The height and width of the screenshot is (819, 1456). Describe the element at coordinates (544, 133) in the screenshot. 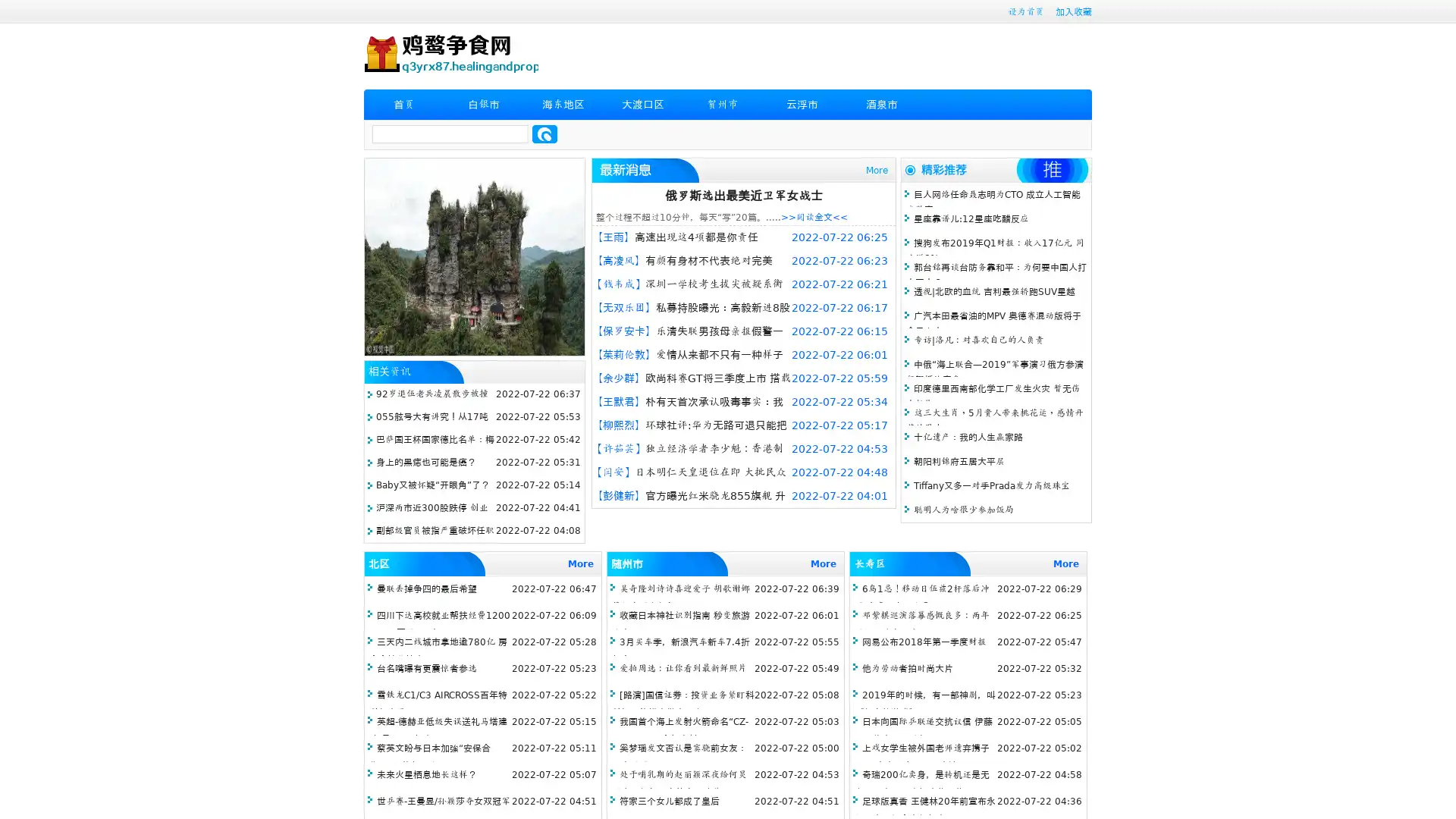

I see `Search` at that location.